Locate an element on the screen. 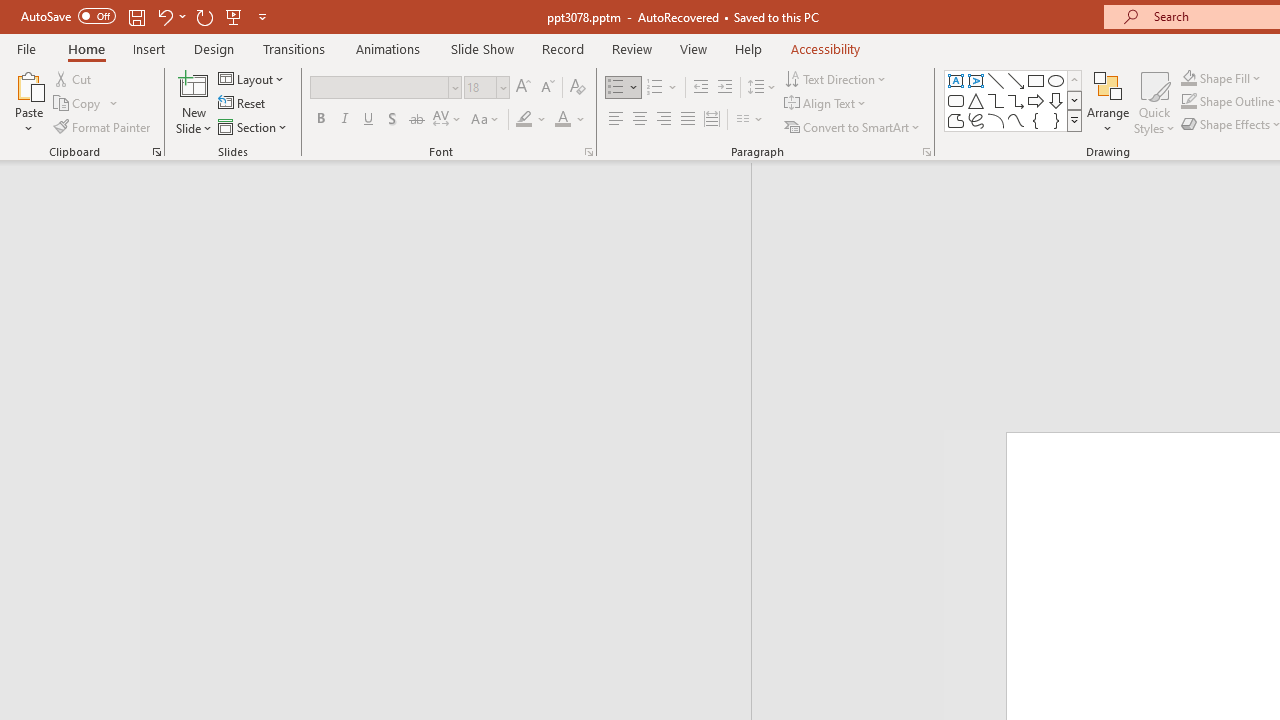  'Transitions' is located at coordinates (294, 48).